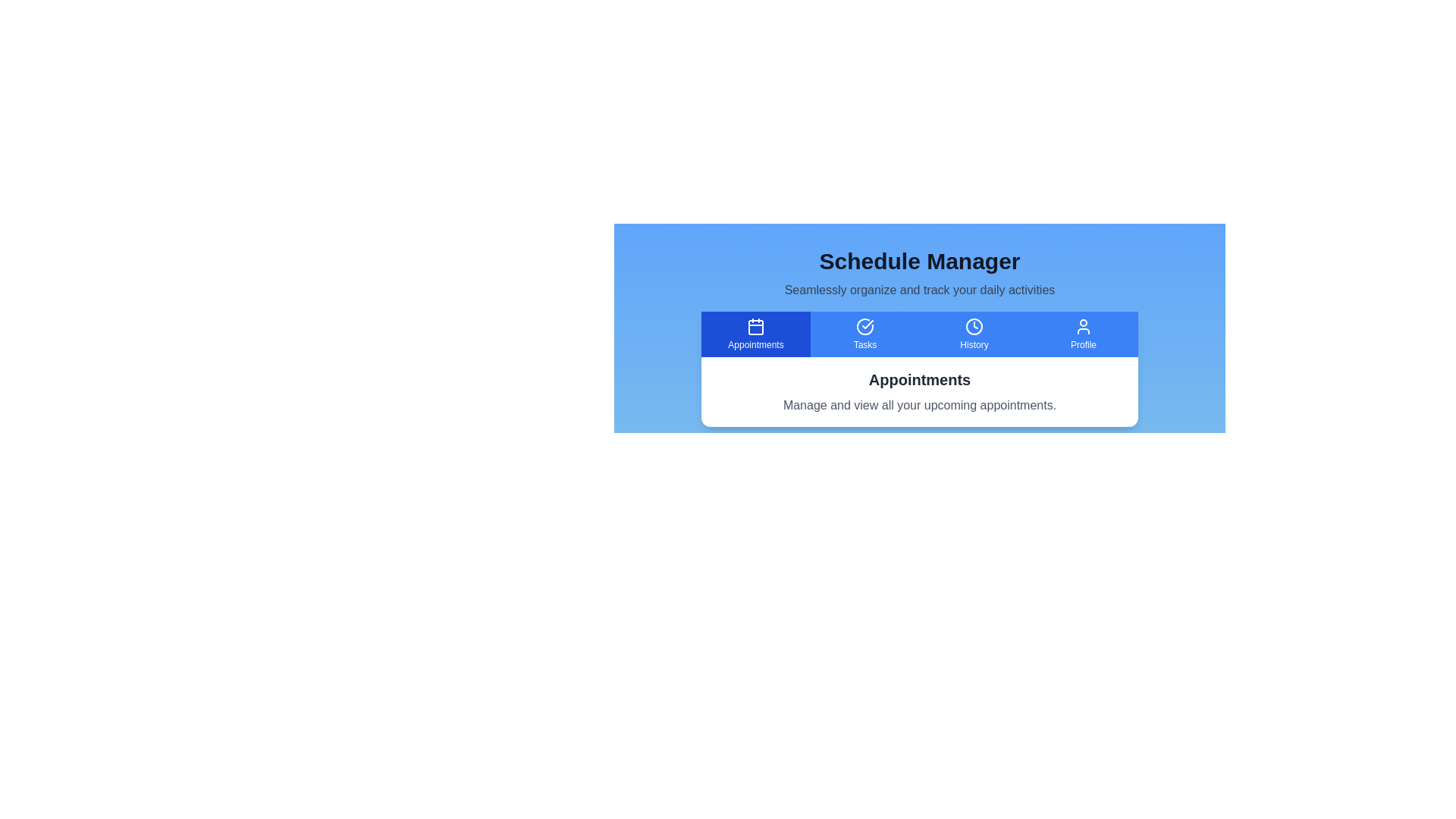 This screenshot has height=819, width=1456. What do you see at coordinates (1083, 345) in the screenshot?
I see `the text label that provides context for the user profile icon in the navigation bar, located below the user icon on the far right` at bounding box center [1083, 345].